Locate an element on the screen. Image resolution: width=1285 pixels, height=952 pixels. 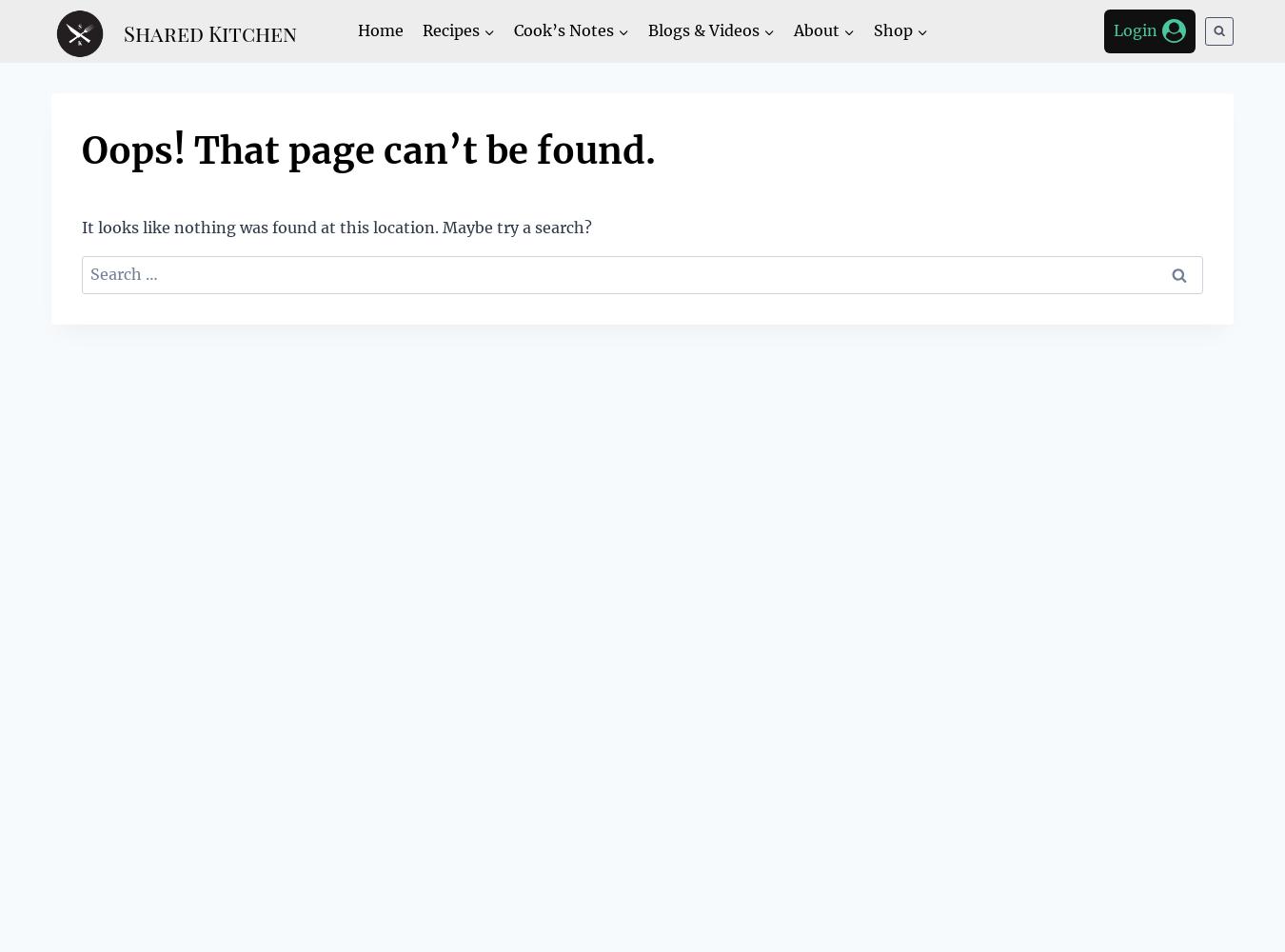
'Home' is located at coordinates (380, 30).